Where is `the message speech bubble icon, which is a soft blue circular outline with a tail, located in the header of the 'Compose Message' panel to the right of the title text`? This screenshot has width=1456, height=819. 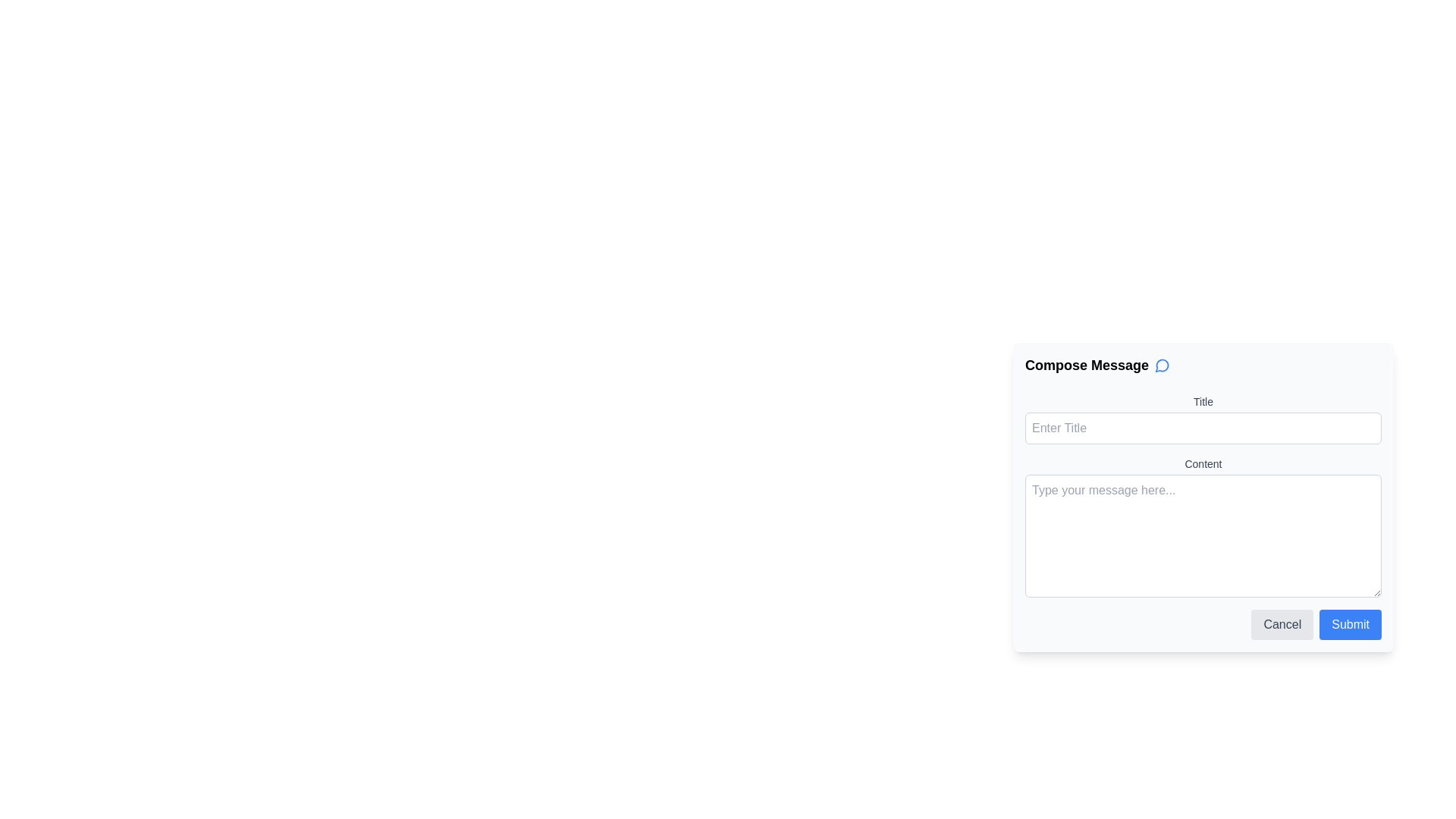
the message speech bubble icon, which is a soft blue circular outline with a tail, located in the header of the 'Compose Message' panel to the right of the title text is located at coordinates (1161, 366).